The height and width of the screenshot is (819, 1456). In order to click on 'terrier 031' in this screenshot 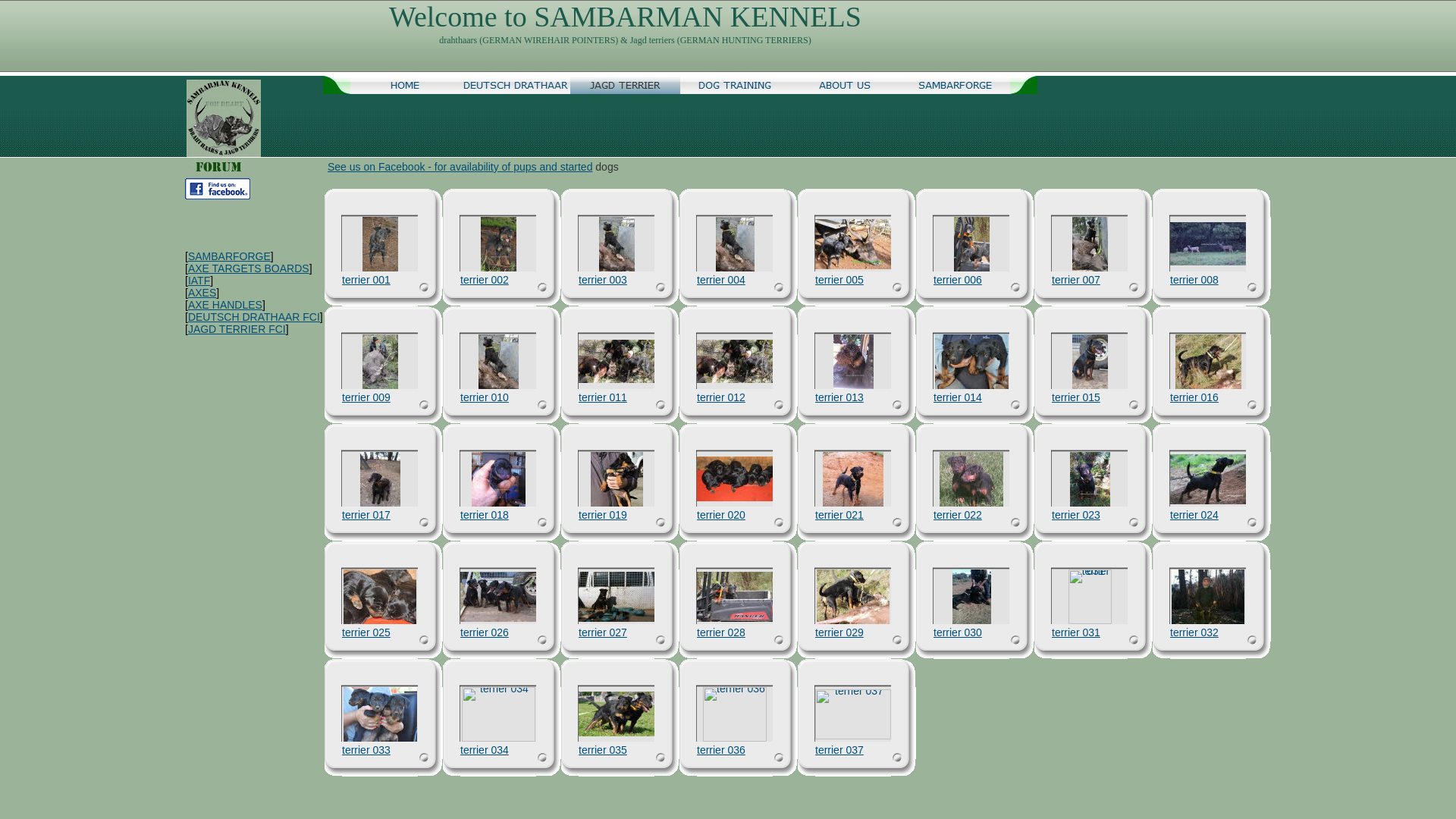, I will do `click(1088, 595)`.